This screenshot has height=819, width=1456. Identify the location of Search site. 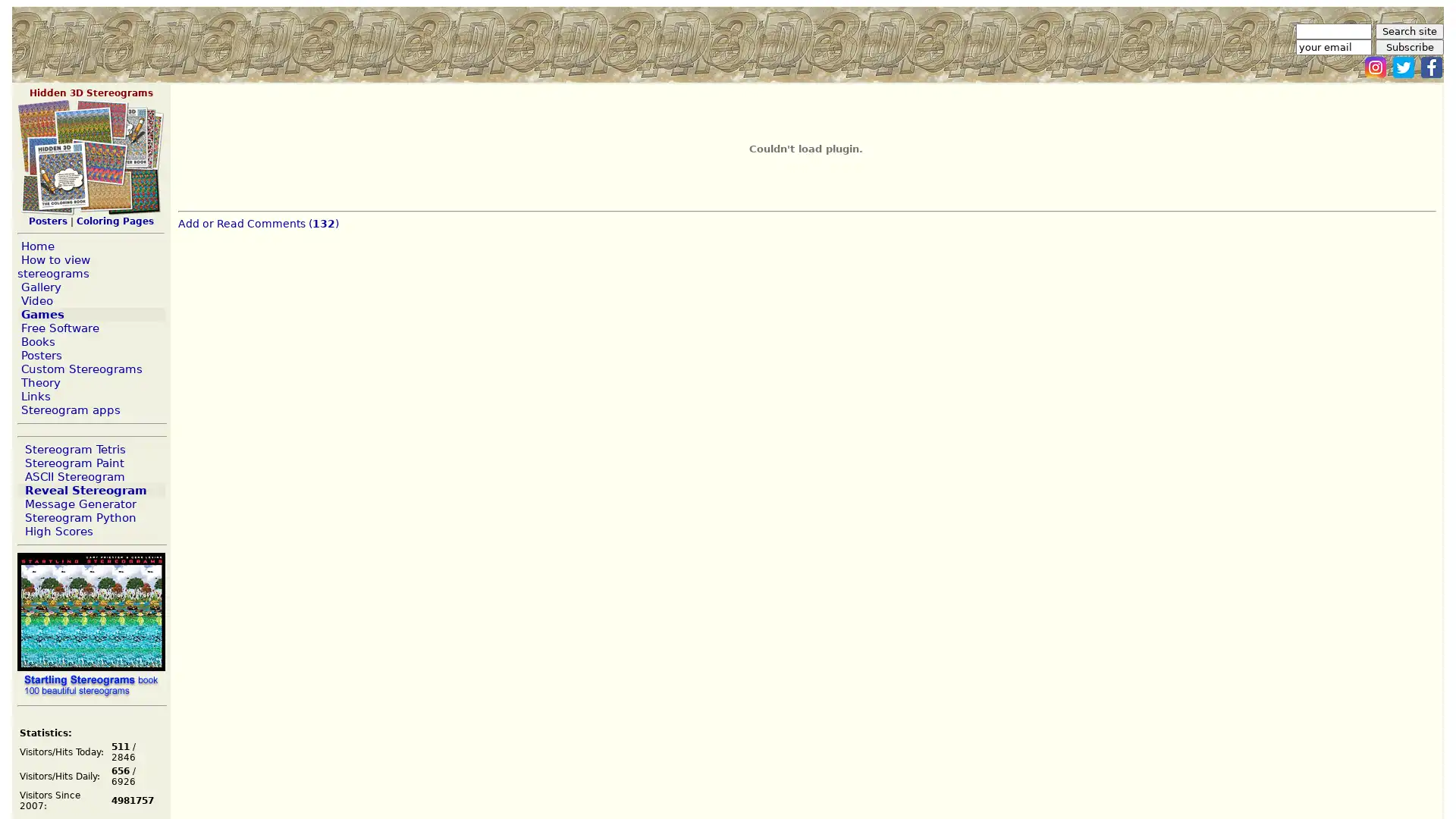
(1408, 31).